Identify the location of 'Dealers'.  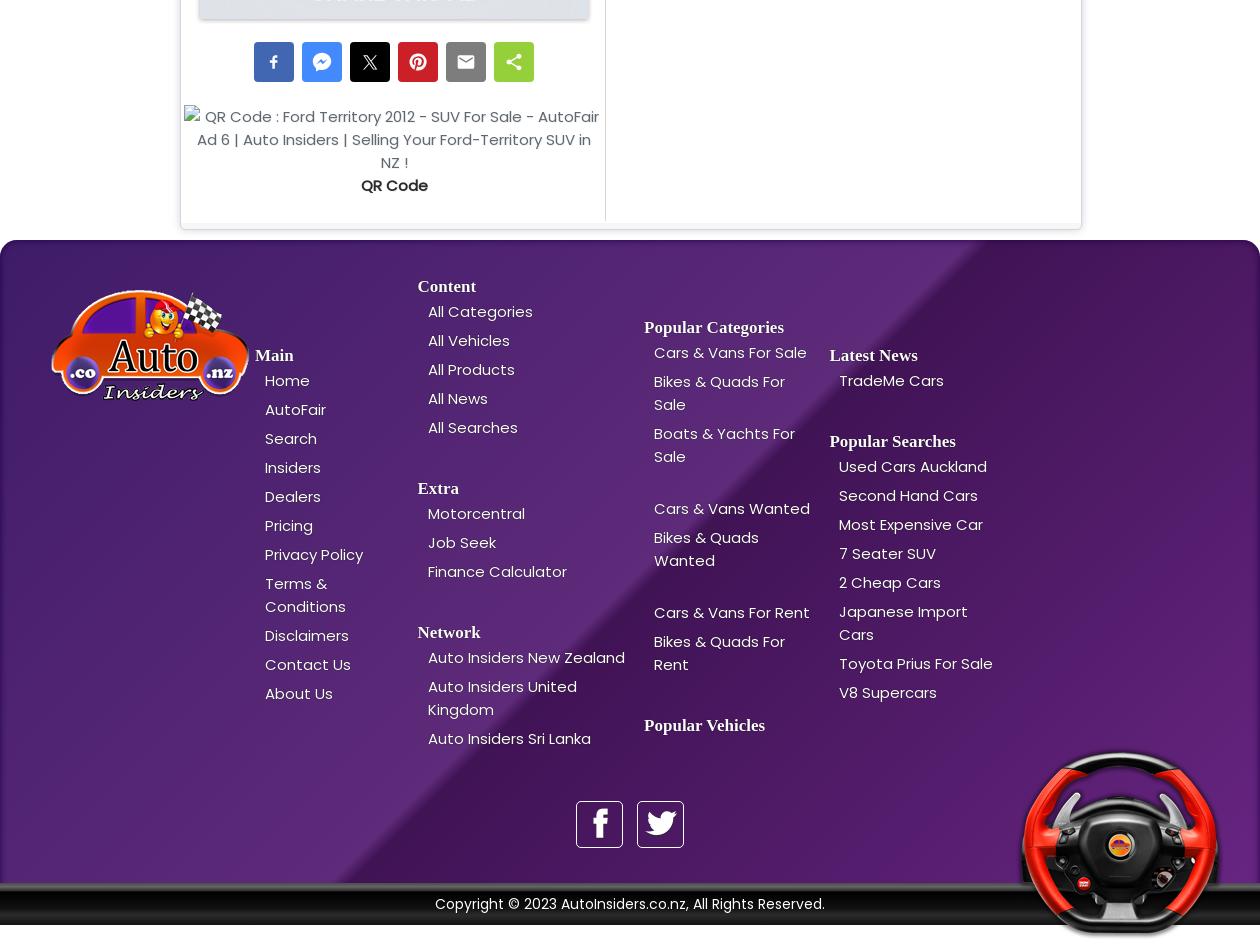
(292, 495).